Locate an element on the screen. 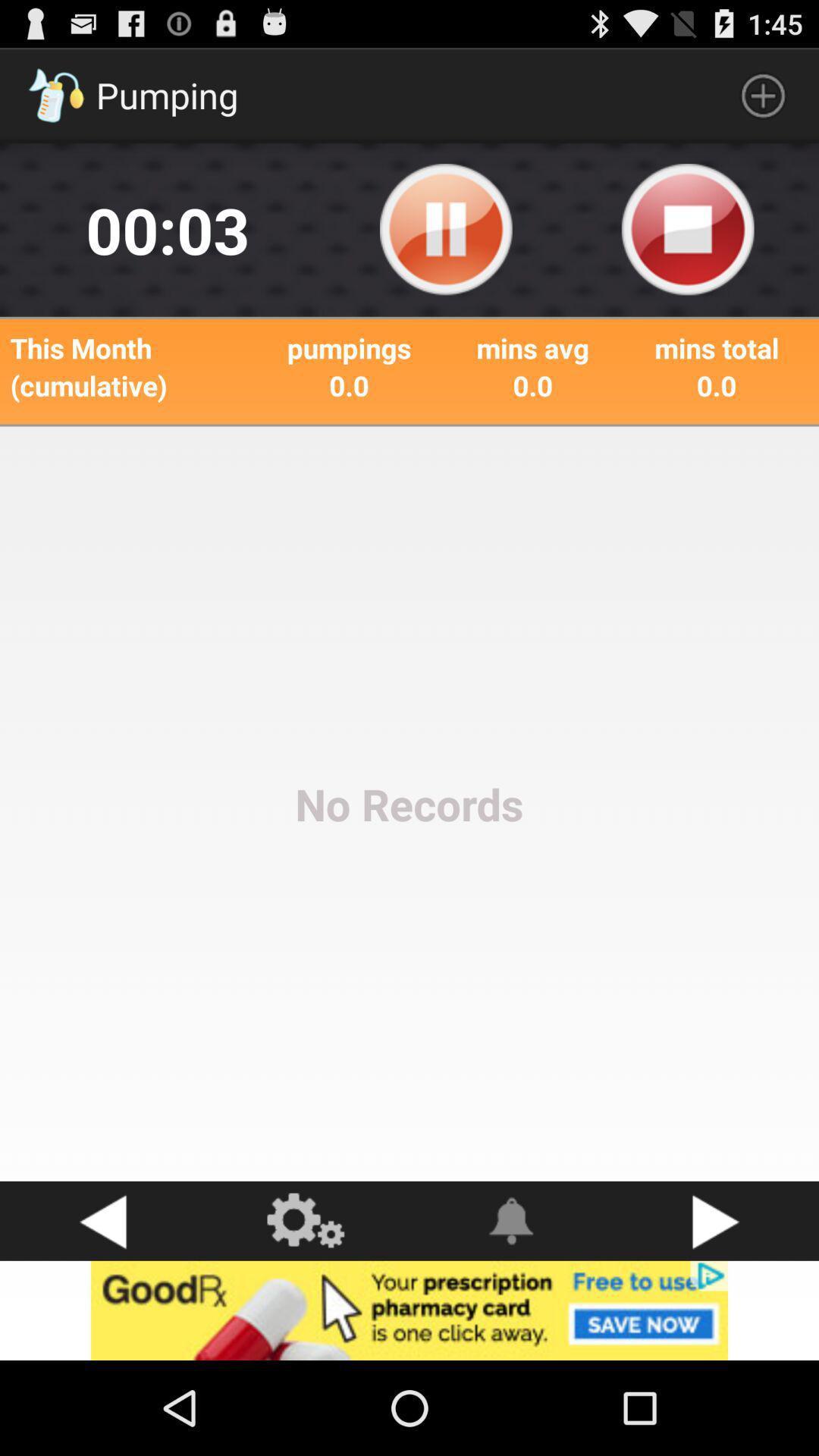 The height and width of the screenshot is (1456, 819). settings button is located at coordinates (307, 1221).